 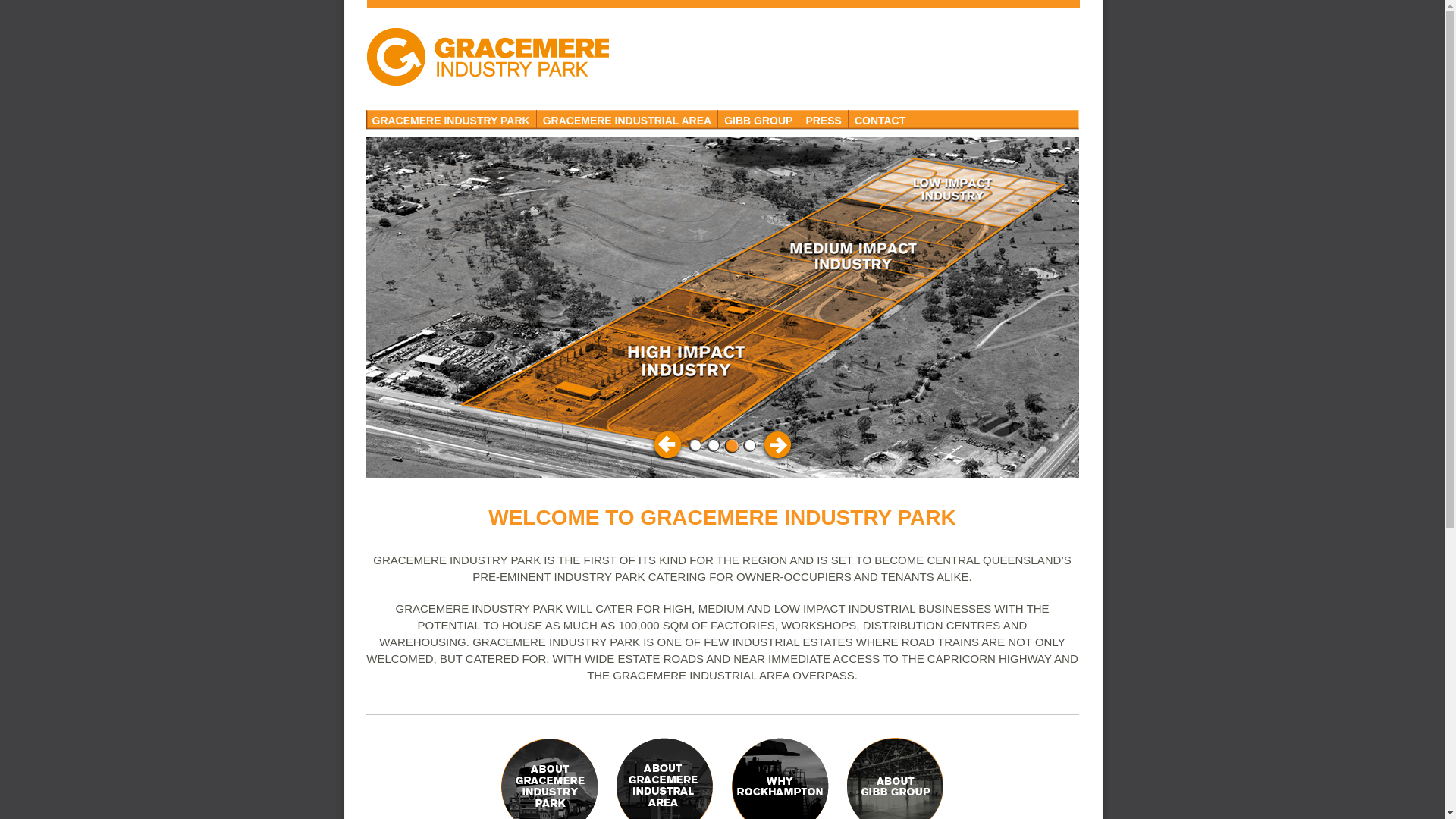 I want to click on 'CONTACT', so click(x=880, y=118).